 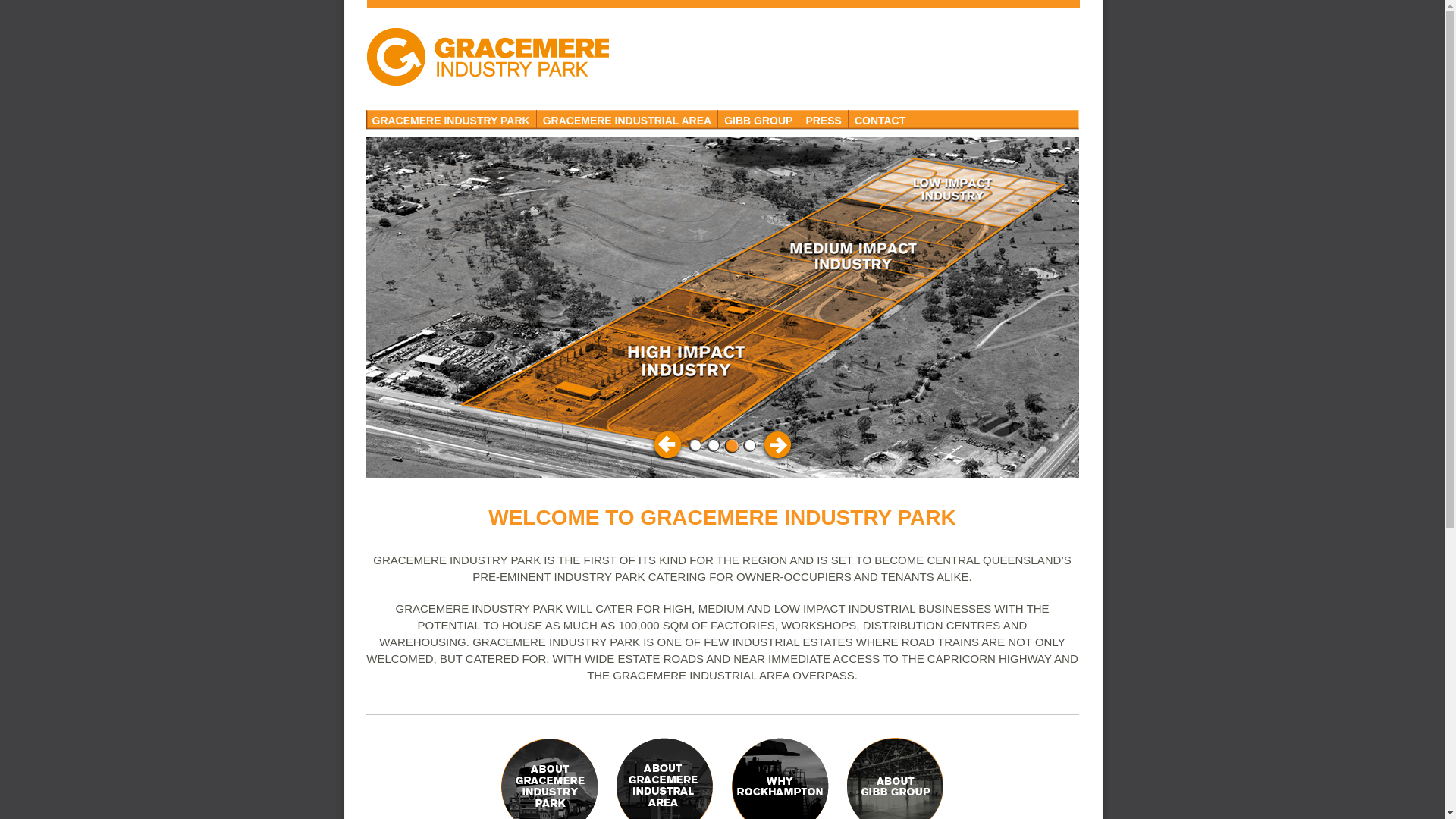 I want to click on 'CONTACT', so click(x=880, y=118).